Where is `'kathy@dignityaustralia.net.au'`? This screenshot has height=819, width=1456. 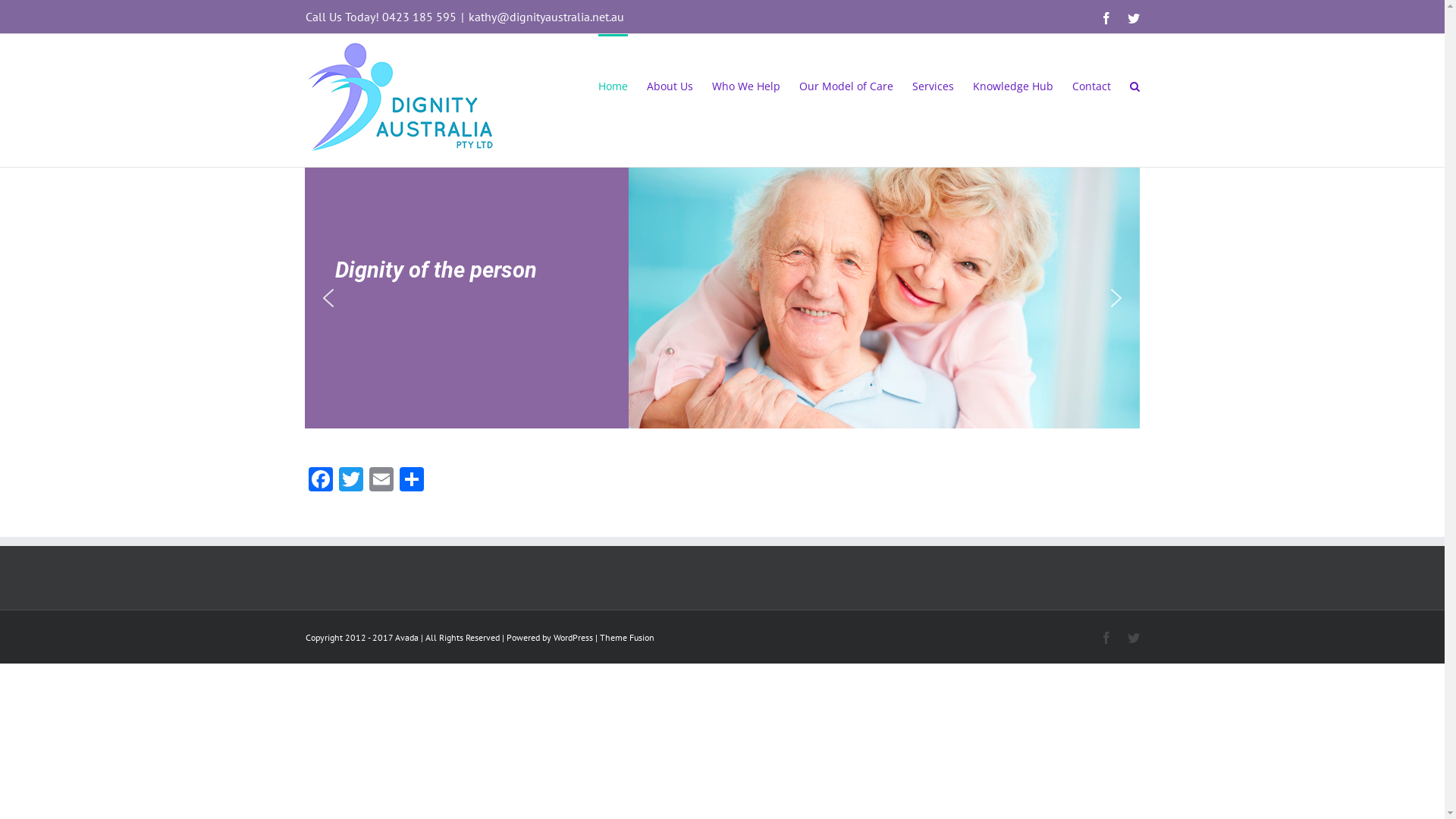
'kathy@dignityaustralia.net.au' is located at coordinates (546, 17).